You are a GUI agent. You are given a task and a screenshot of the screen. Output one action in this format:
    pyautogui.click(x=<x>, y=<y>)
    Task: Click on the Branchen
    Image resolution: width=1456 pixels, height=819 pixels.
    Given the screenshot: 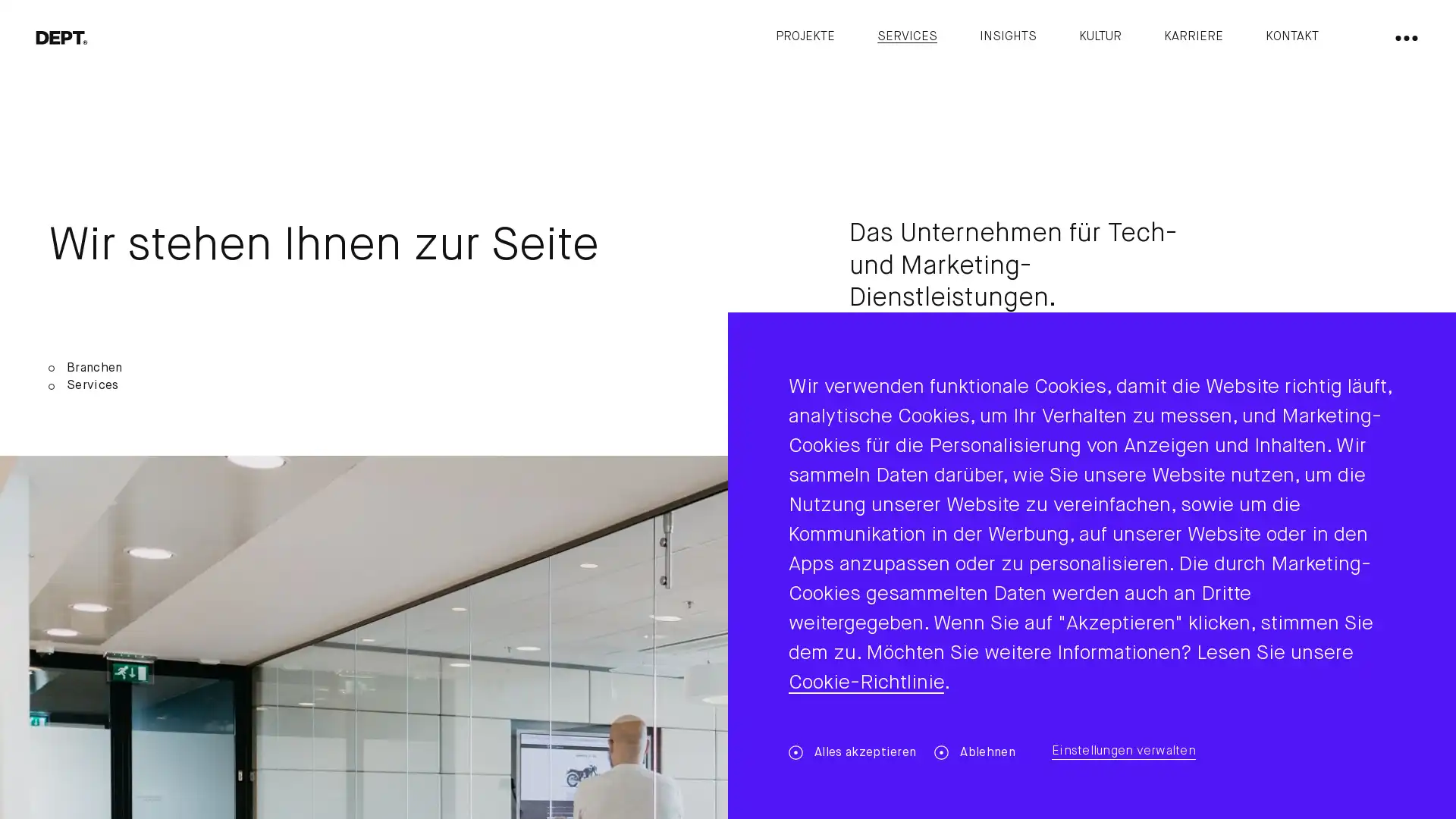 What is the action you would take?
    pyautogui.click(x=388, y=369)
    